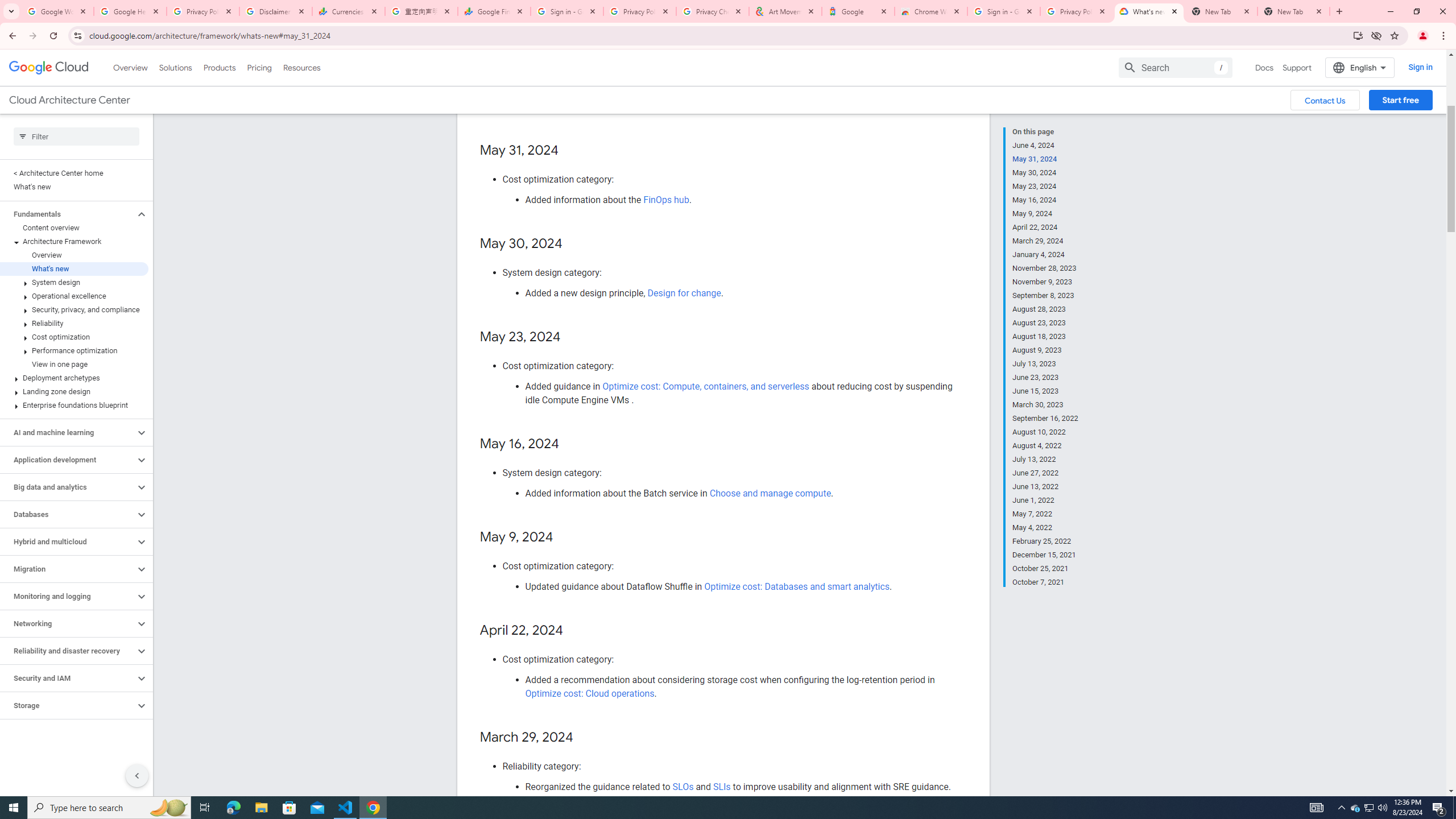  What do you see at coordinates (1045, 144) in the screenshot?
I see `'June 4, 2024'` at bounding box center [1045, 144].